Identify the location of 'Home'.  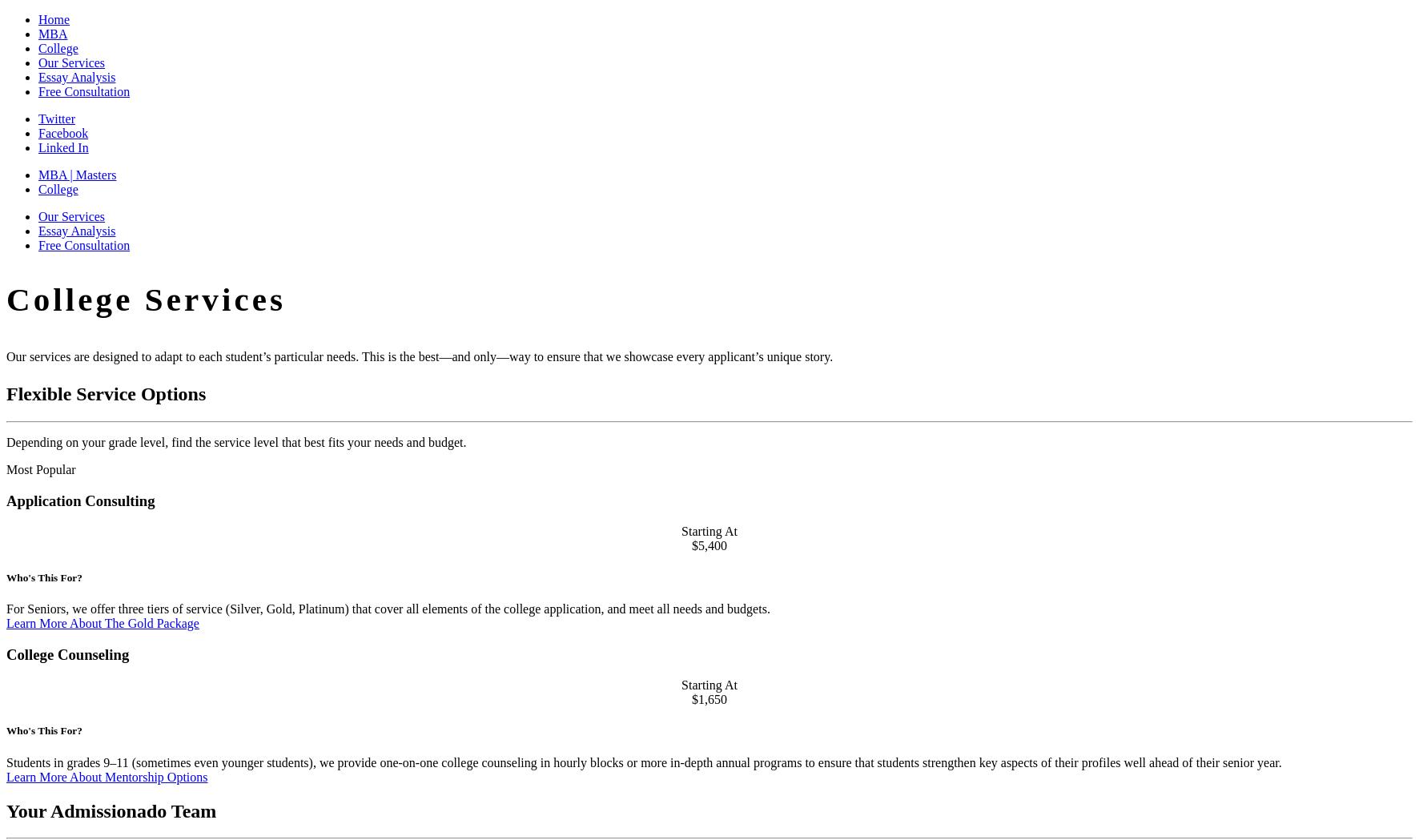
(53, 18).